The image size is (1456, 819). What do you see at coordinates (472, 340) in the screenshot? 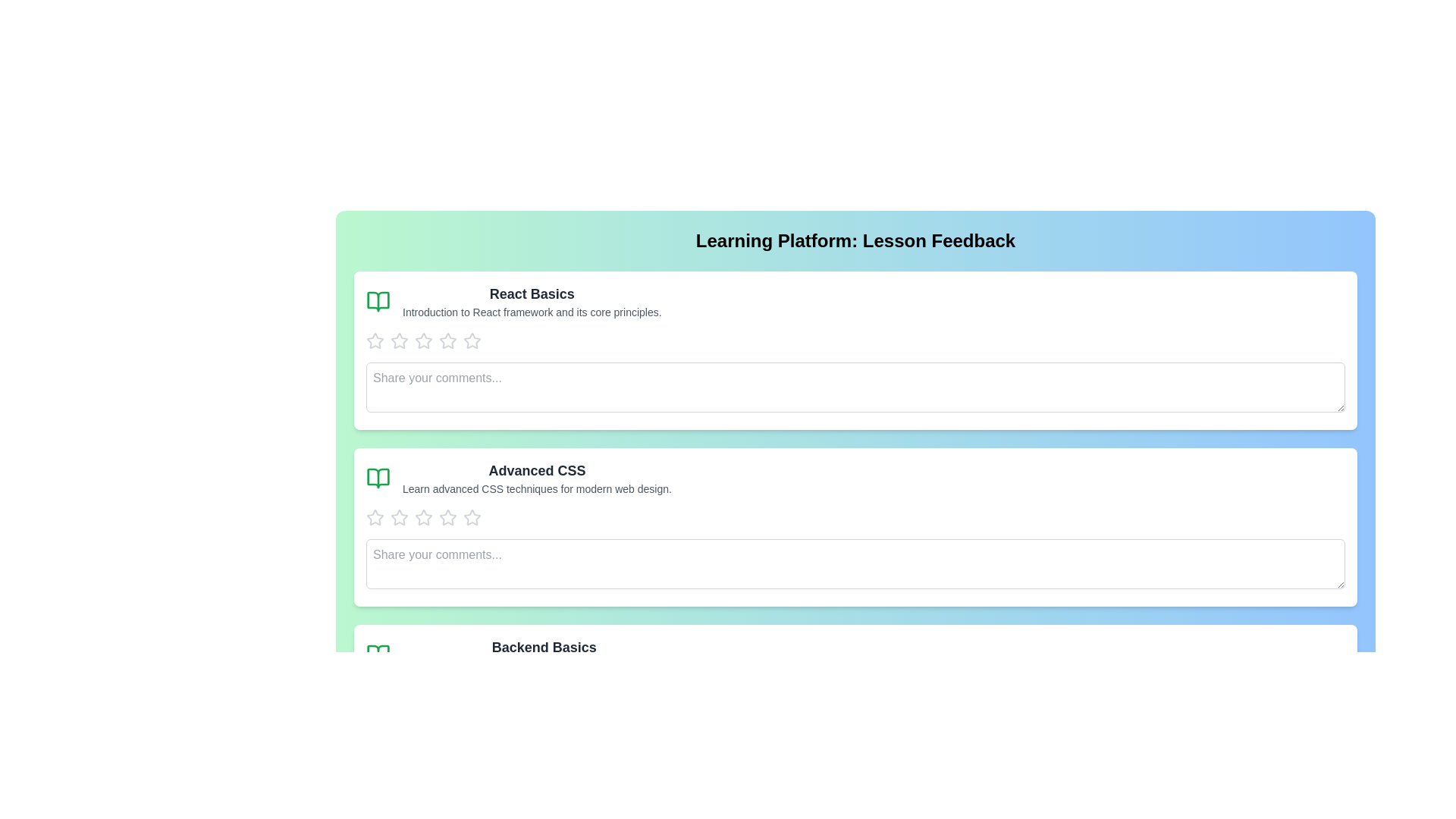
I see `the third star icon in the row of five stars for rating below the title 'React Basics'` at bounding box center [472, 340].